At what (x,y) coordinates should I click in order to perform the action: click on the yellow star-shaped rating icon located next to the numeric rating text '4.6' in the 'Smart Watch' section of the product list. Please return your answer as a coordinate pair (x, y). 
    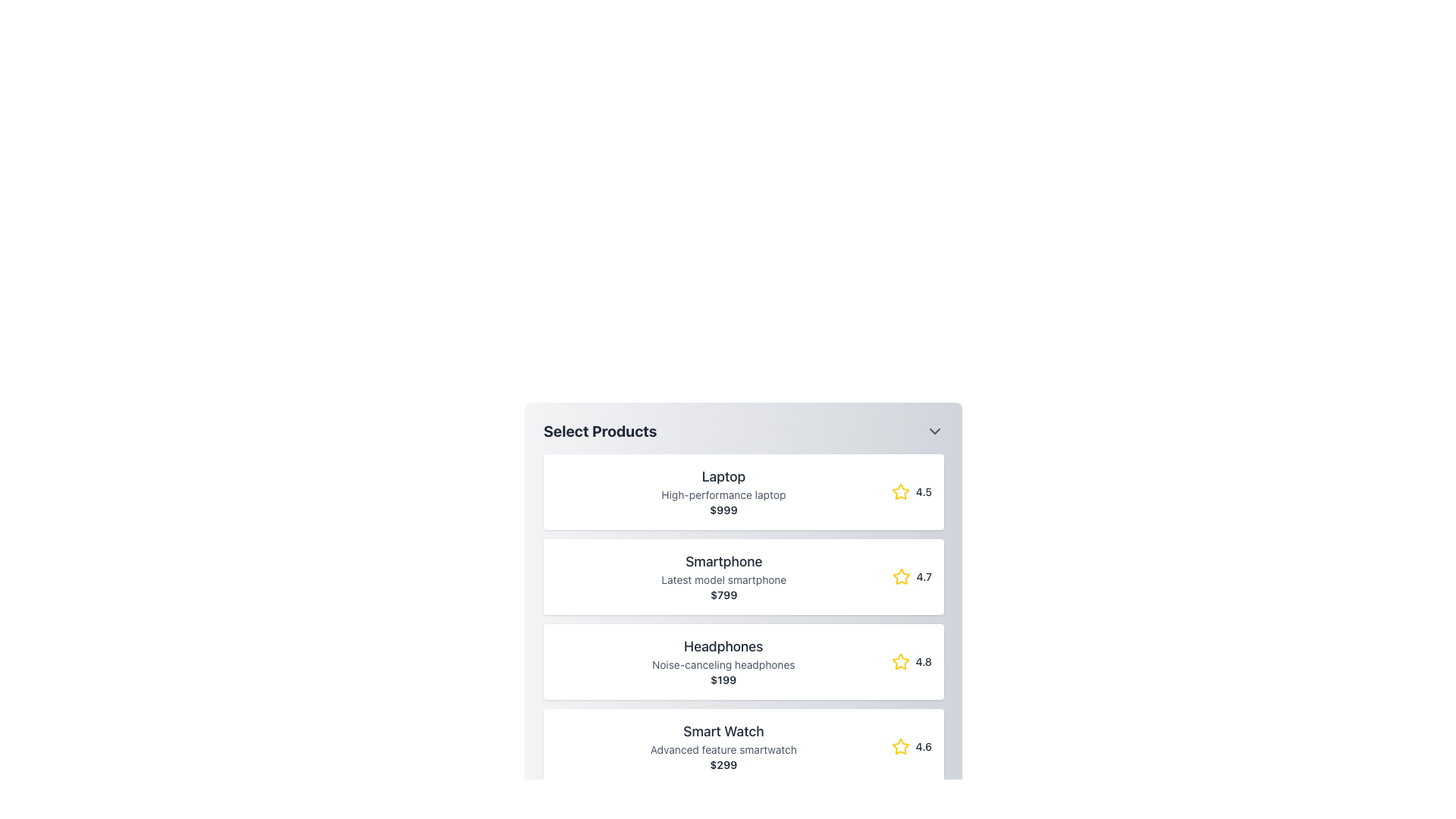
    Looking at the image, I should click on (900, 745).